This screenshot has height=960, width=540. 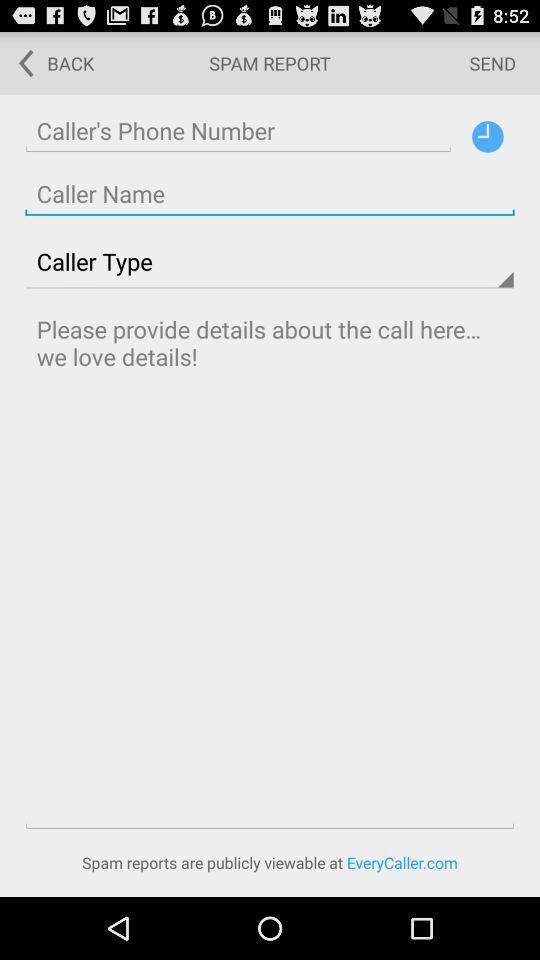 What do you see at coordinates (270, 568) in the screenshot?
I see `write option` at bounding box center [270, 568].